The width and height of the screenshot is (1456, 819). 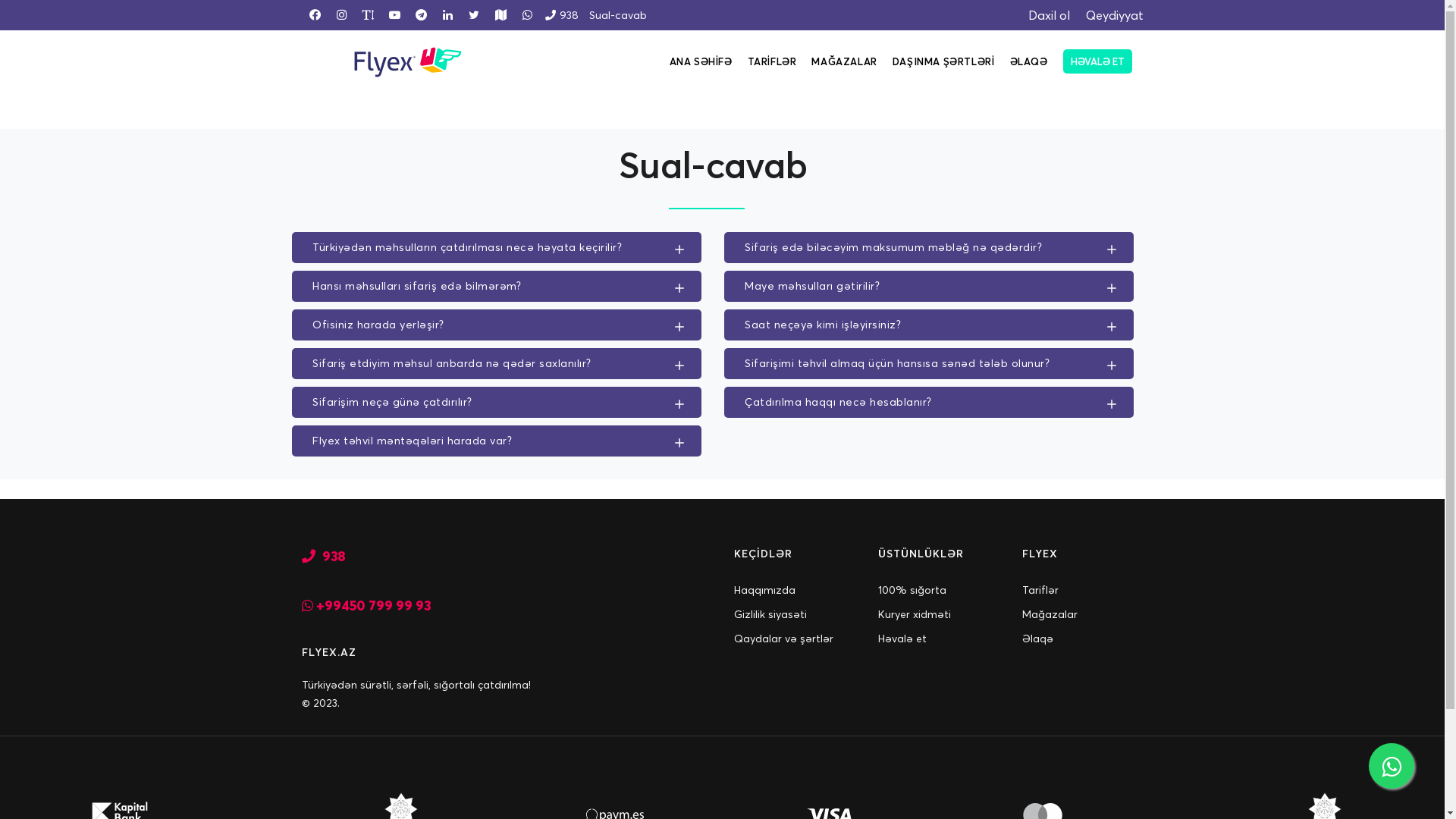 What do you see at coordinates (1040, 14) in the screenshot?
I see `'Daxil ol'` at bounding box center [1040, 14].